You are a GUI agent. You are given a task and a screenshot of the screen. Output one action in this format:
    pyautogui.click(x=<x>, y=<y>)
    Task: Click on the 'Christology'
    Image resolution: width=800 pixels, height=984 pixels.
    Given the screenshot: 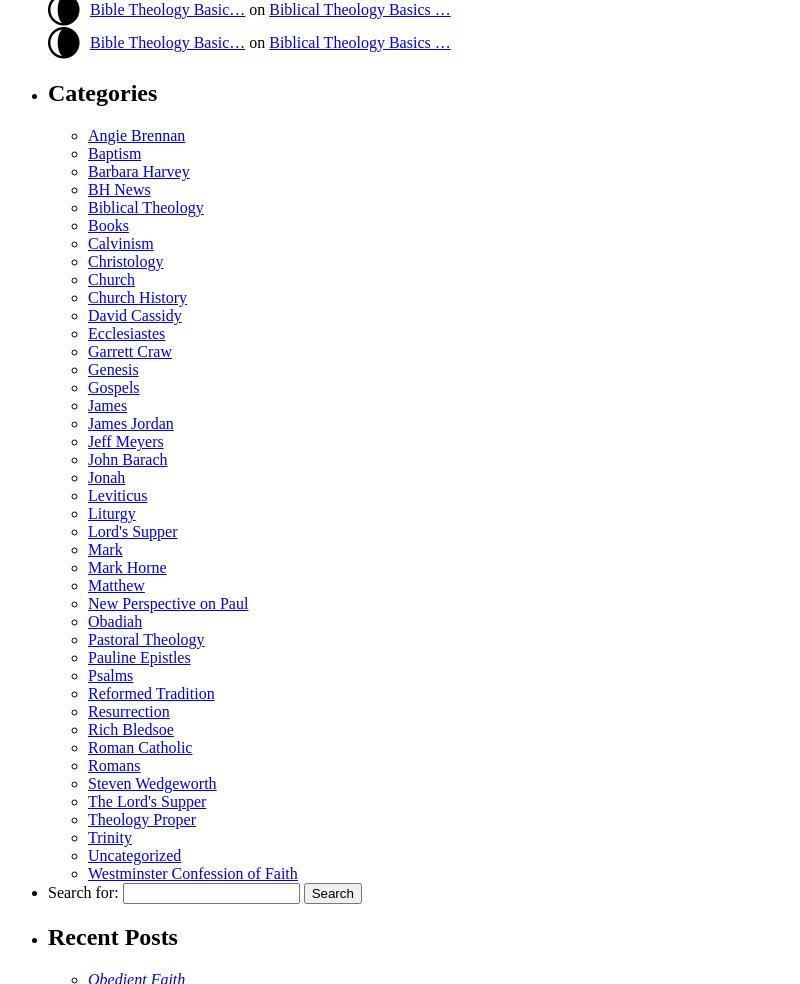 What is the action you would take?
    pyautogui.click(x=124, y=260)
    